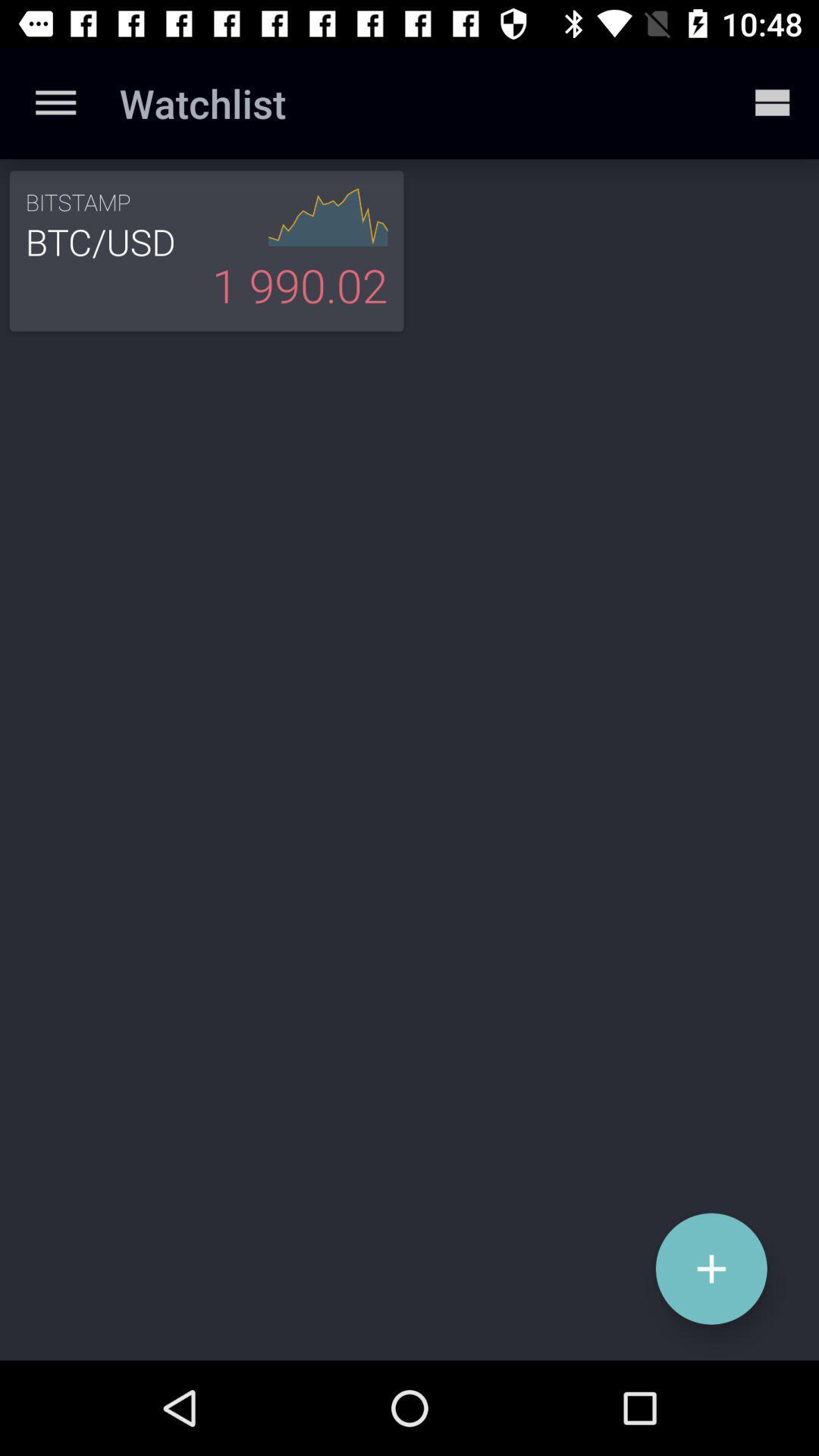 The height and width of the screenshot is (1456, 819). What do you see at coordinates (771, 102) in the screenshot?
I see `icon at the top right corner` at bounding box center [771, 102].